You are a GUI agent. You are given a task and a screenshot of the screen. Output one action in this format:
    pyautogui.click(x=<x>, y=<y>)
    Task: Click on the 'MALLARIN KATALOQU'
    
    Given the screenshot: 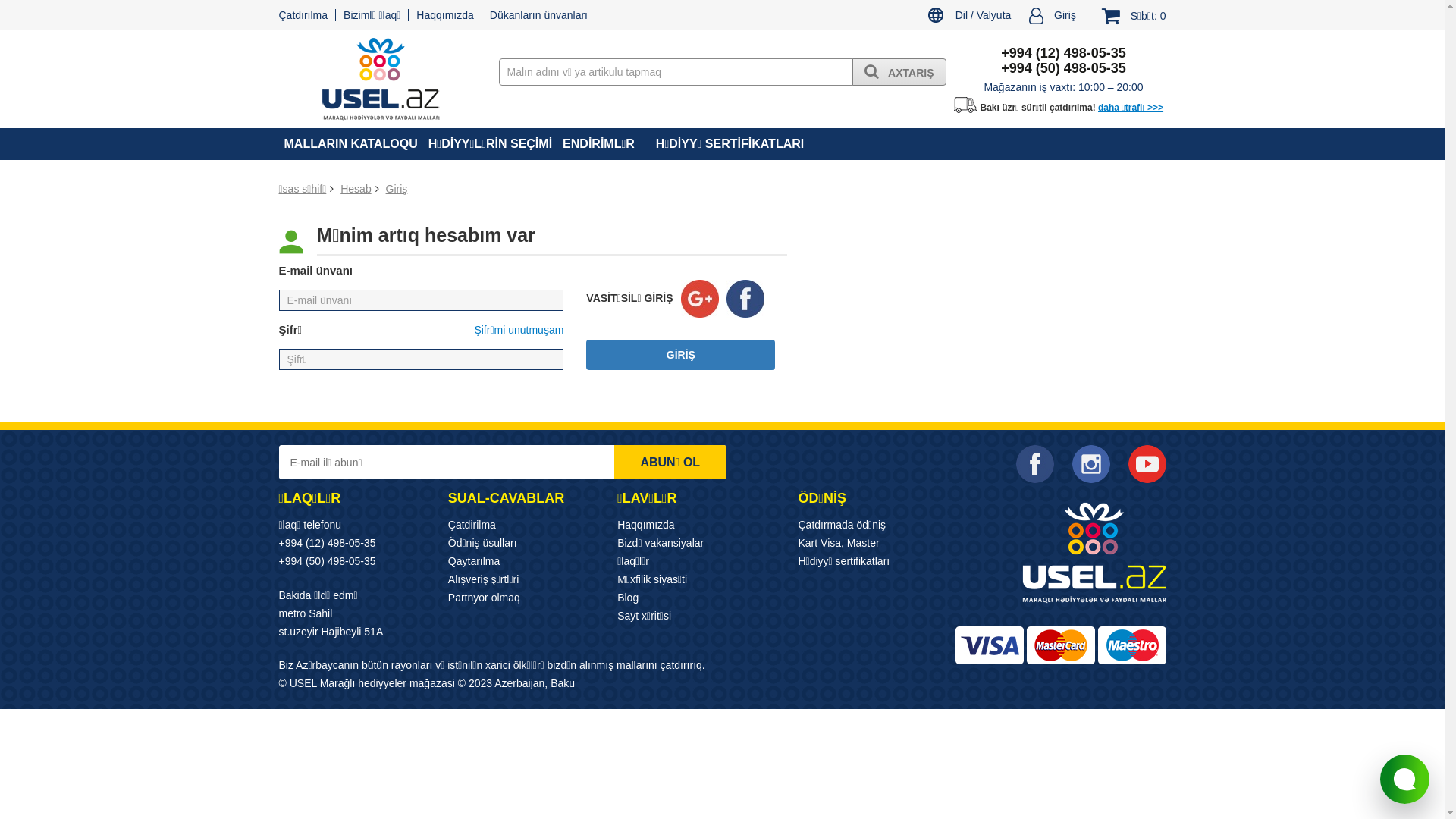 What is the action you would take?
    pyautogui.click(x=350, y=143)
    